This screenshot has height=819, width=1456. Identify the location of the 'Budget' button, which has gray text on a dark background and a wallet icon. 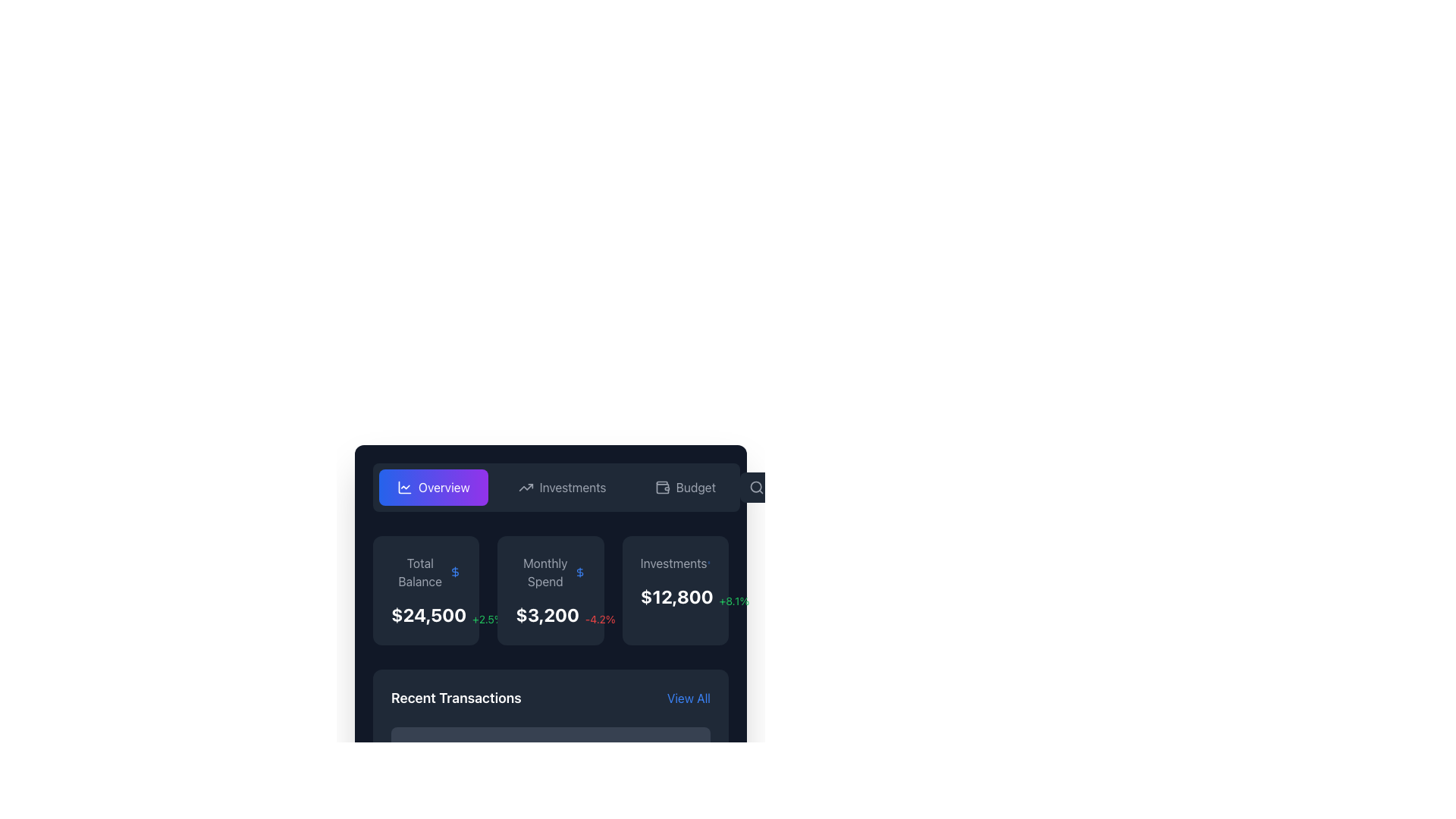
(684, 488).